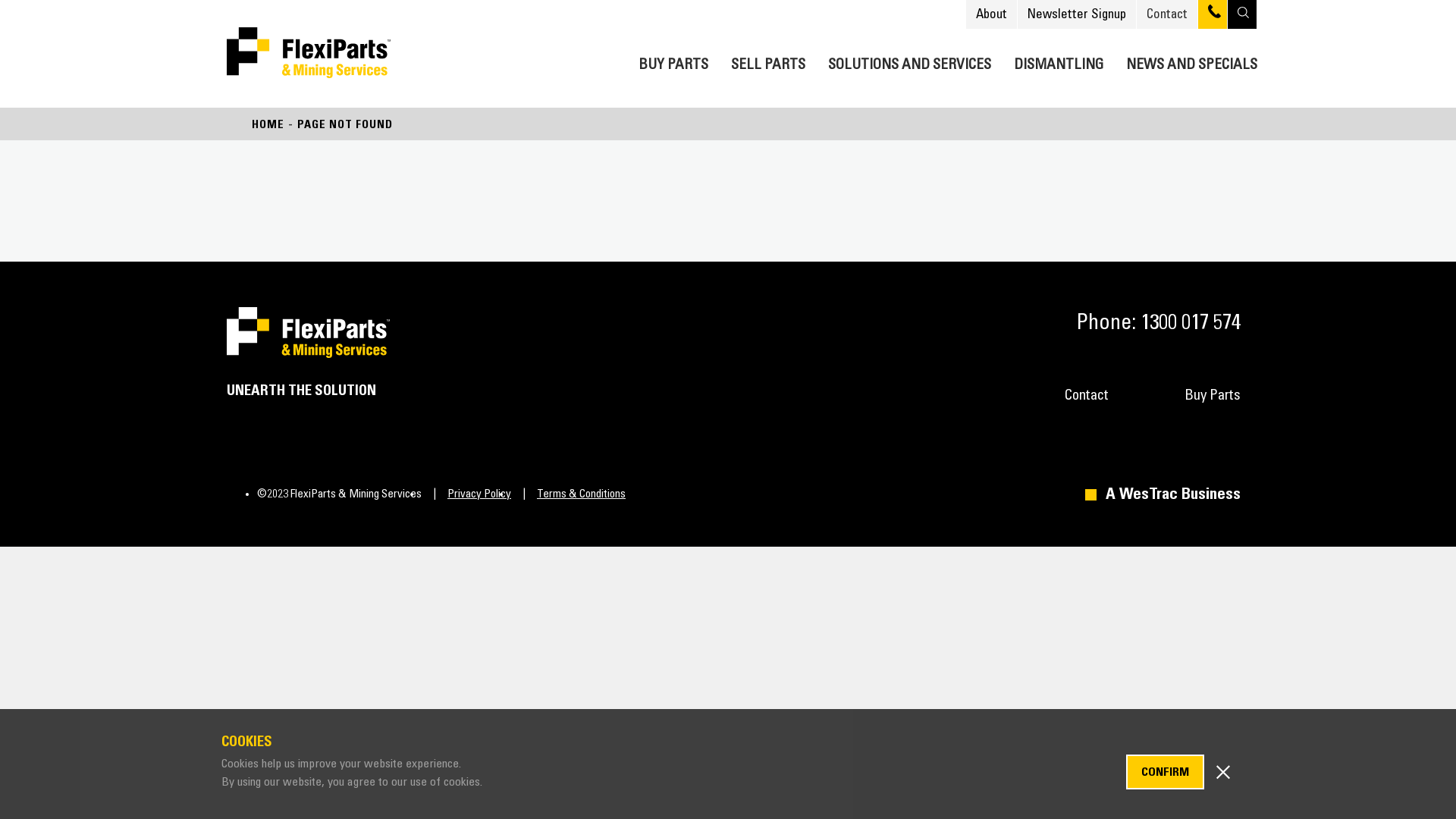  I want to click on 'SOLUTIONS AND SERVICES', so click(909, 61).